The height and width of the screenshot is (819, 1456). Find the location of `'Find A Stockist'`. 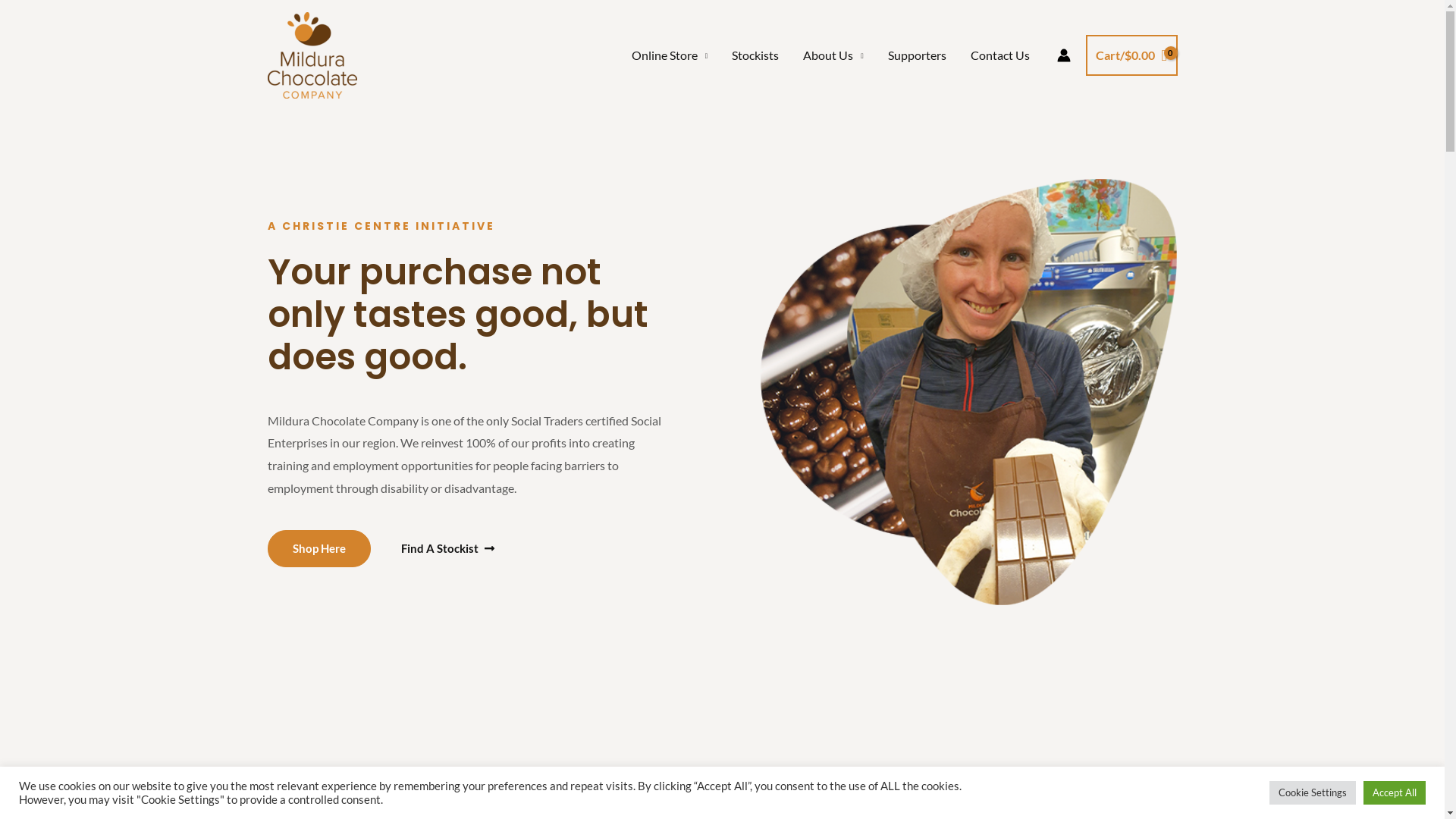

'Find A Stockist' is located at coordinates (446, 548).